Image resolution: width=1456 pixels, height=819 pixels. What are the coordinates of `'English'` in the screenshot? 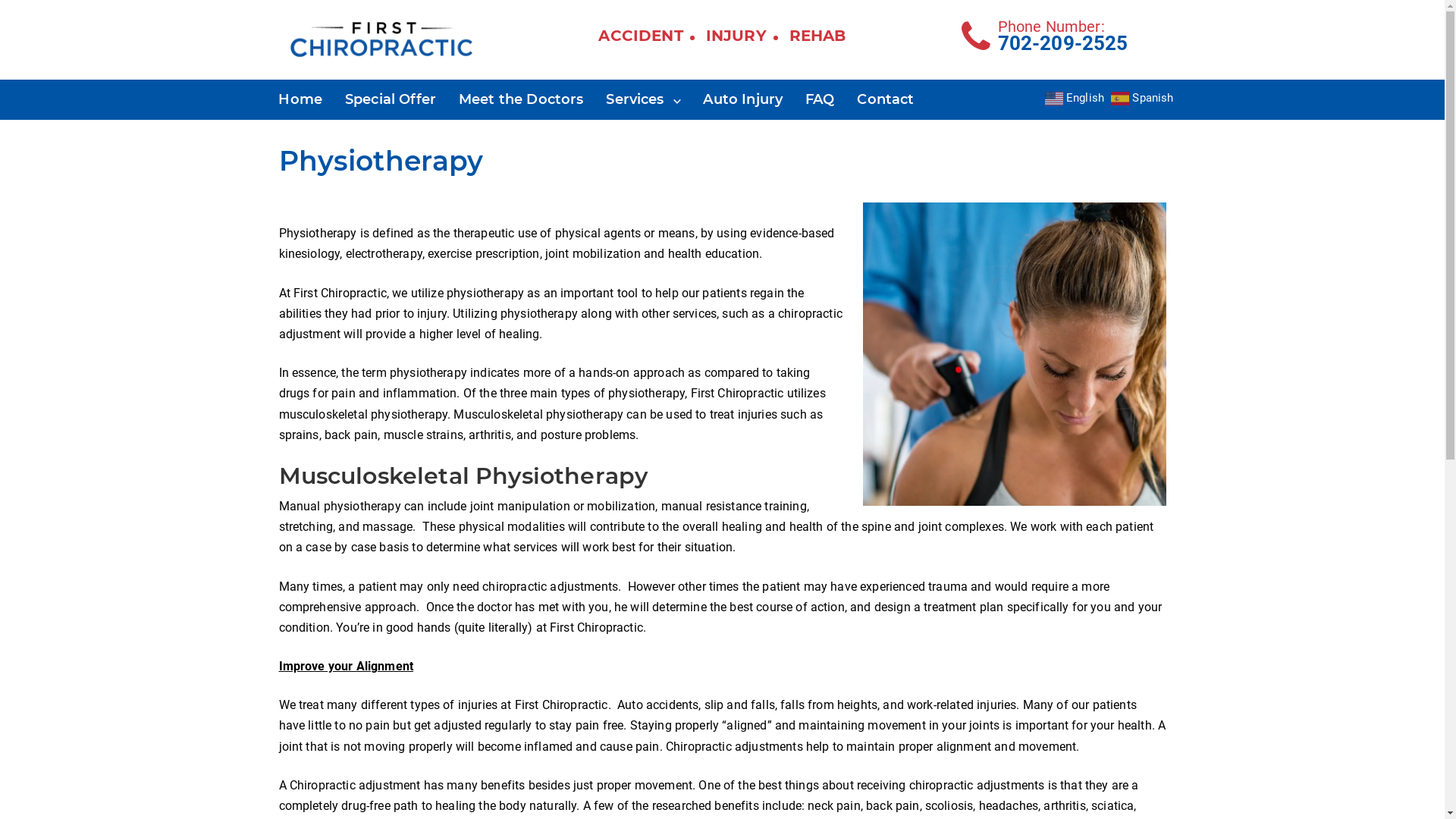 It's located at (1075, 97).